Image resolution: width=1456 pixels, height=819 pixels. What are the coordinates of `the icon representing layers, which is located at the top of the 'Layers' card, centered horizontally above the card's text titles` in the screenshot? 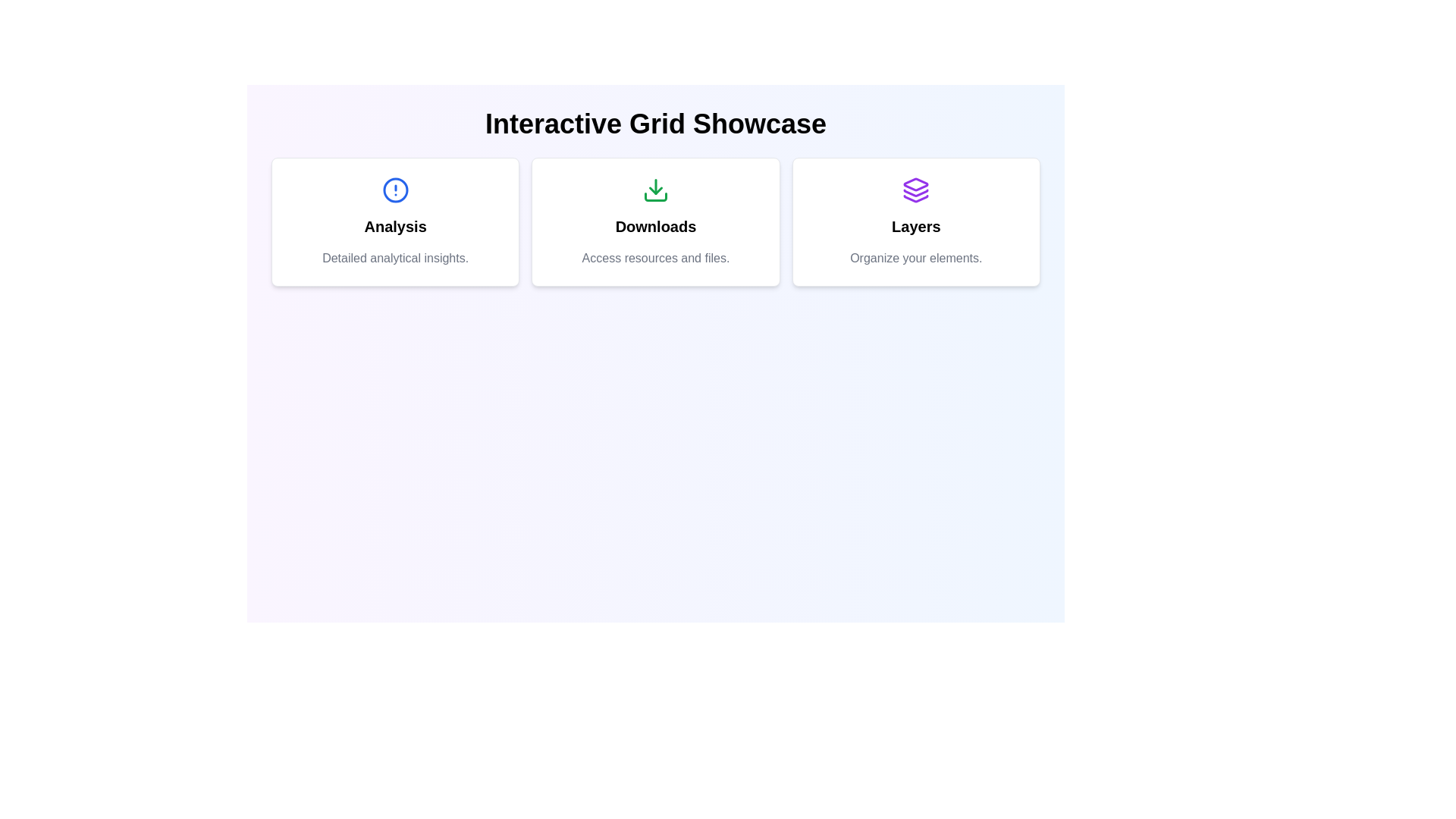 It's located at (915, 189).